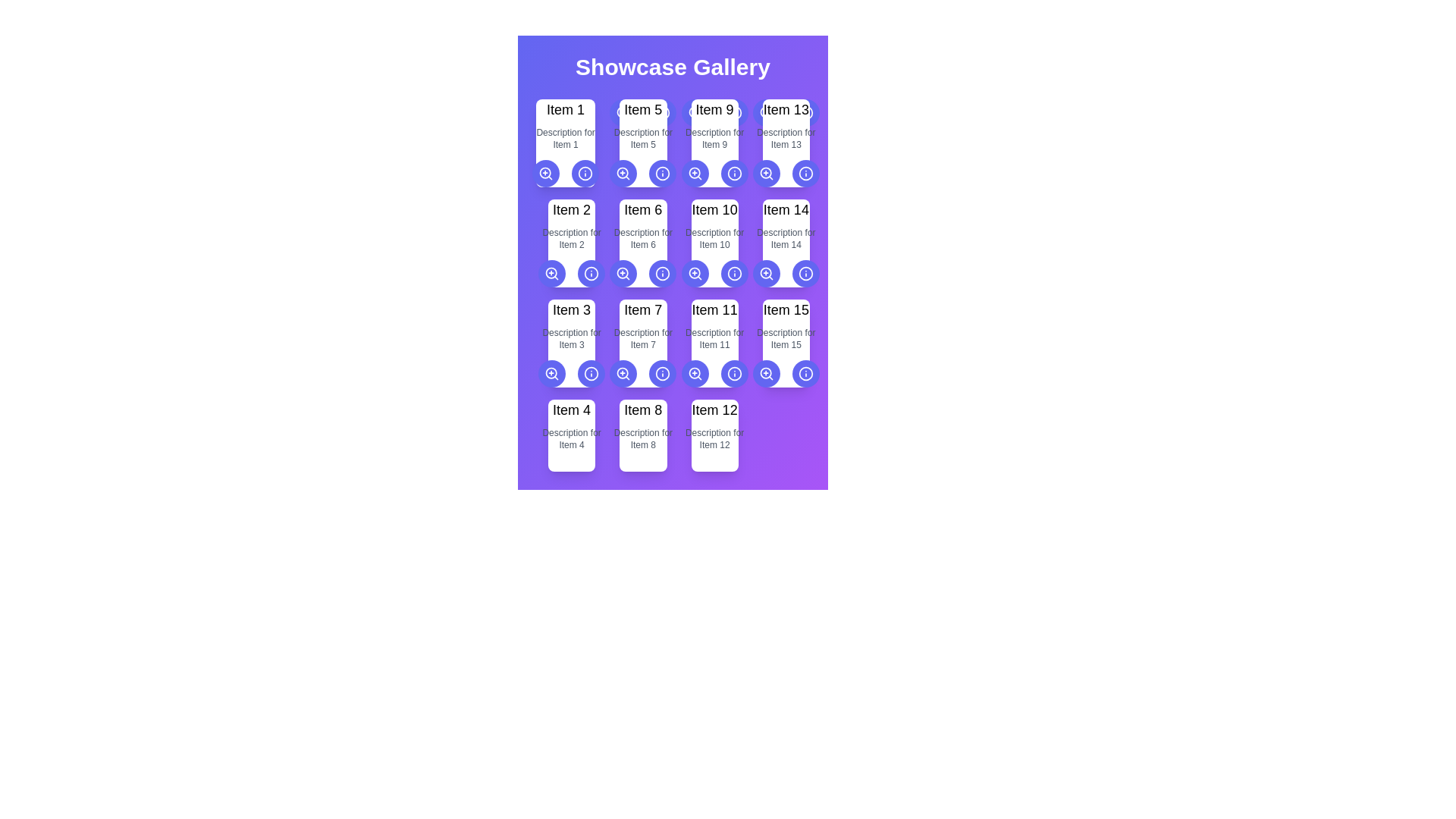 The height and width of the screenshot is (819, 1456). What do you see at coordinates (571, 438) in the screenshot?
I see `the text label displaying 'Description for Item 4', which is styled in a small gray font and positioned beneath the main title of 'Item 4'` at bounding box center [571, 438].